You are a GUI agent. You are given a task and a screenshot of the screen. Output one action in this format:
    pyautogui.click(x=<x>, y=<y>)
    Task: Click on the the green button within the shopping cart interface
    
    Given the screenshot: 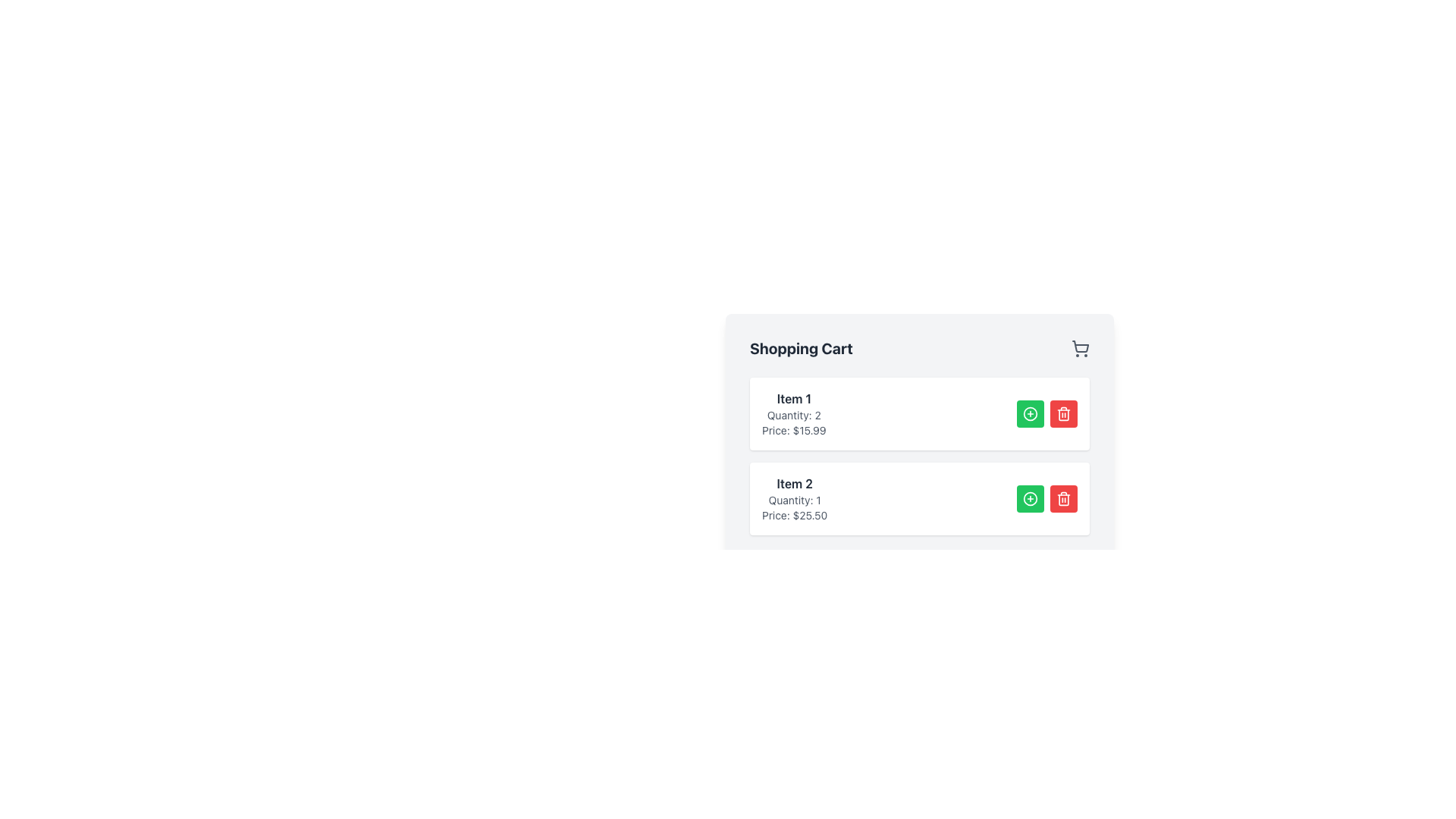 What is the action you would take?
    pyautogui.click(x=1046, y=414)
    